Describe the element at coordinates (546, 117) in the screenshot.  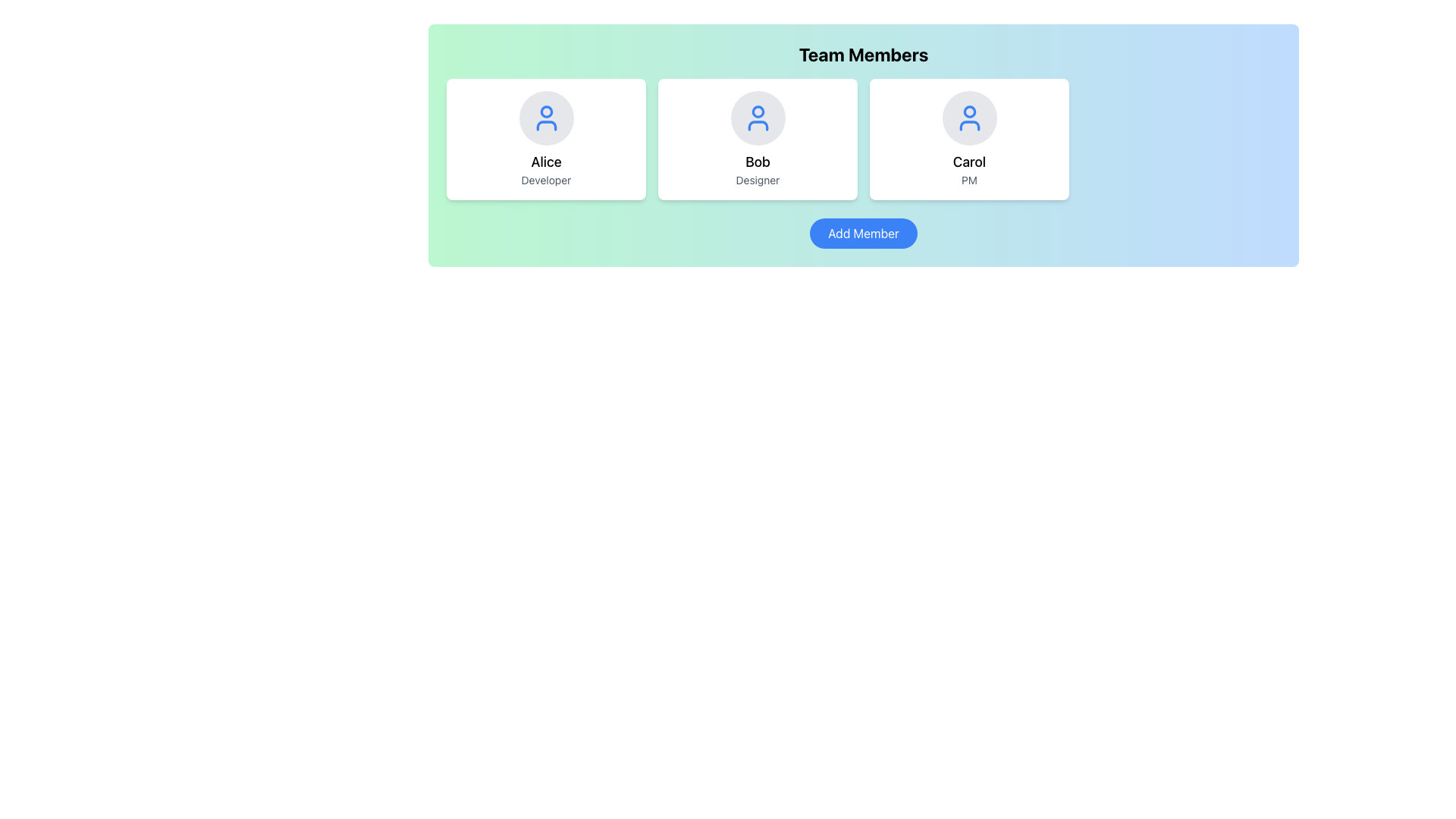
I see `the user icon depicted as a head and shoulders silhouette in blue color, located within the card labeled 'Alice' under the 'Team Members' header` at that location.